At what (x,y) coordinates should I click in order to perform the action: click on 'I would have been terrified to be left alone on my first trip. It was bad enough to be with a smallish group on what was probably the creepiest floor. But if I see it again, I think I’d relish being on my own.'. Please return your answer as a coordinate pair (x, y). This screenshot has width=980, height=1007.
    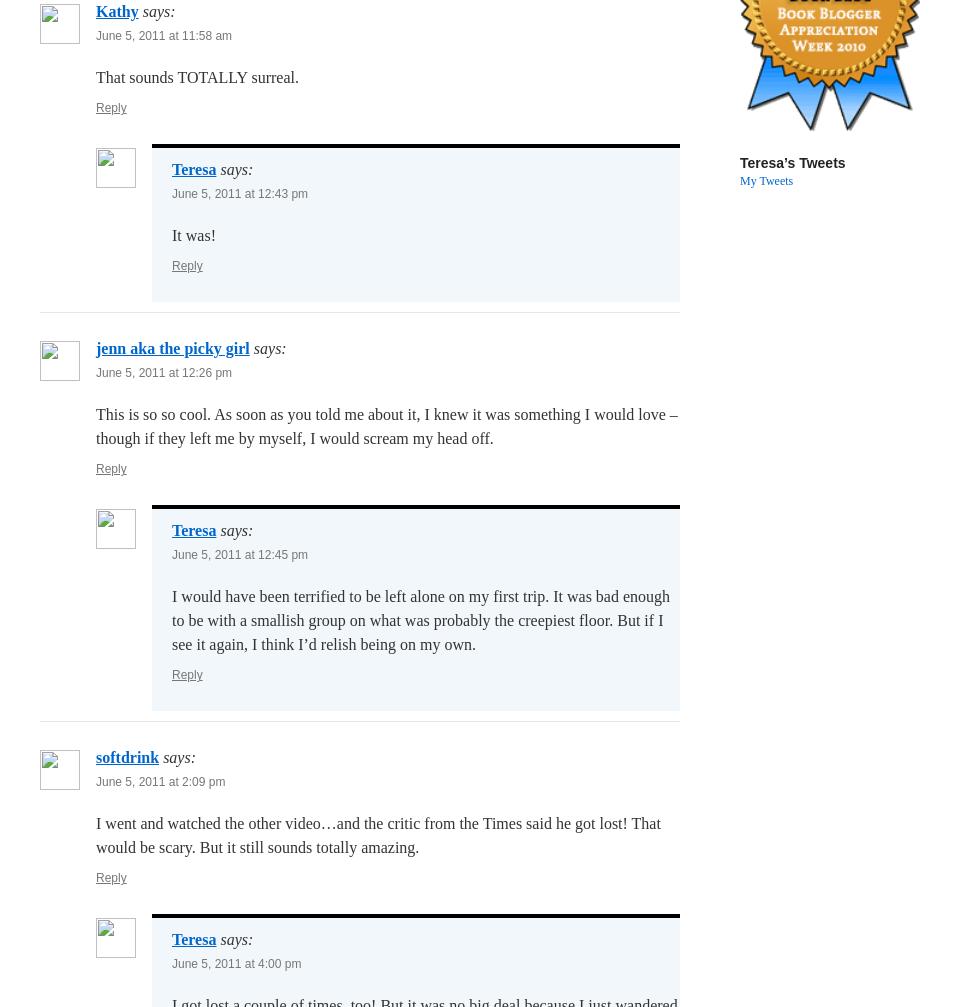
    Looking at the image, I should click on (421, 619).